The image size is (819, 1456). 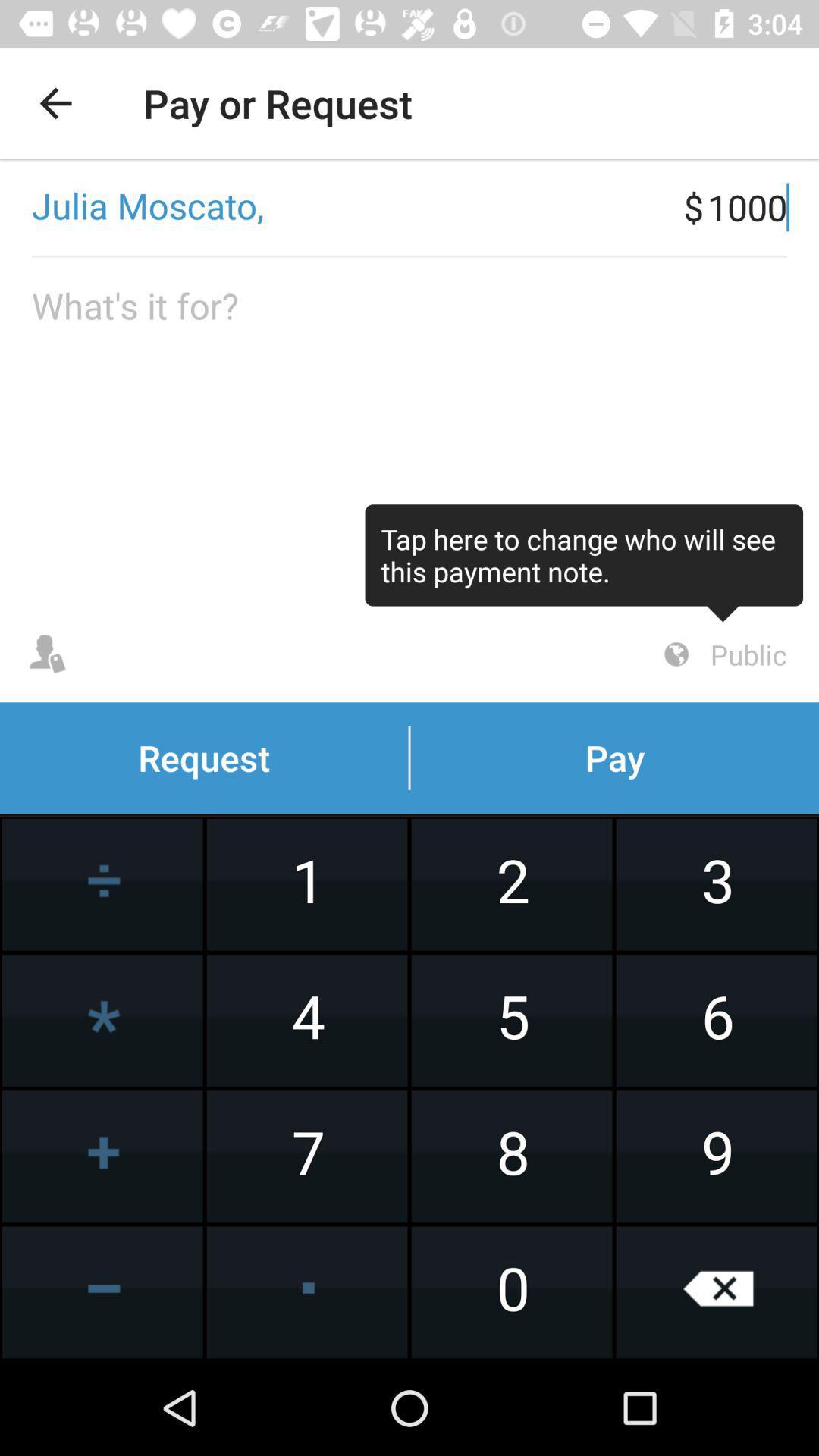 I want to click on the item to the right of the request icon, so click(x=722, y=654).